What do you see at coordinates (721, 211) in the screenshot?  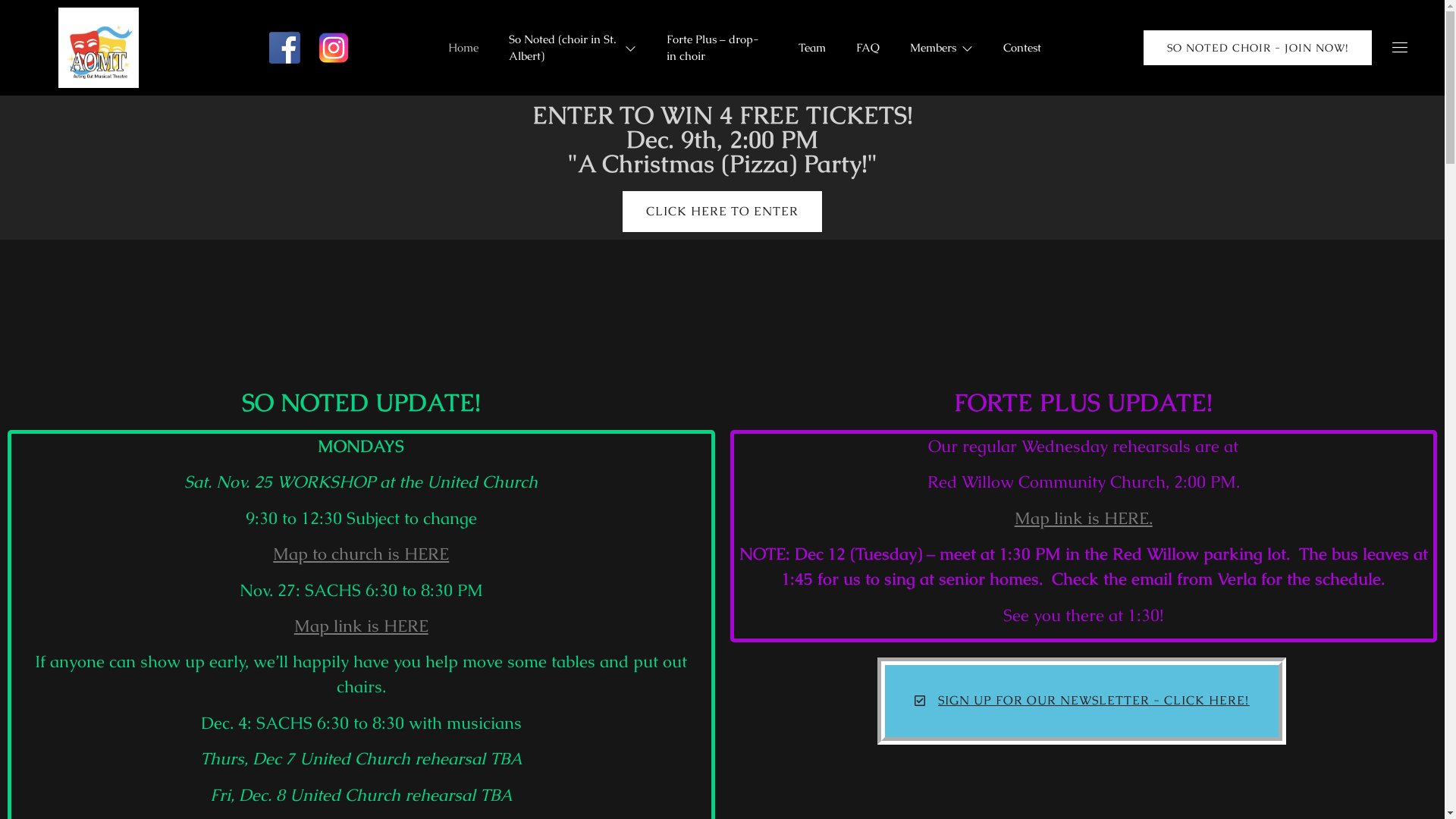 I see `'CLICK HERE TO ENTER'` at bounding box center [721, 211].